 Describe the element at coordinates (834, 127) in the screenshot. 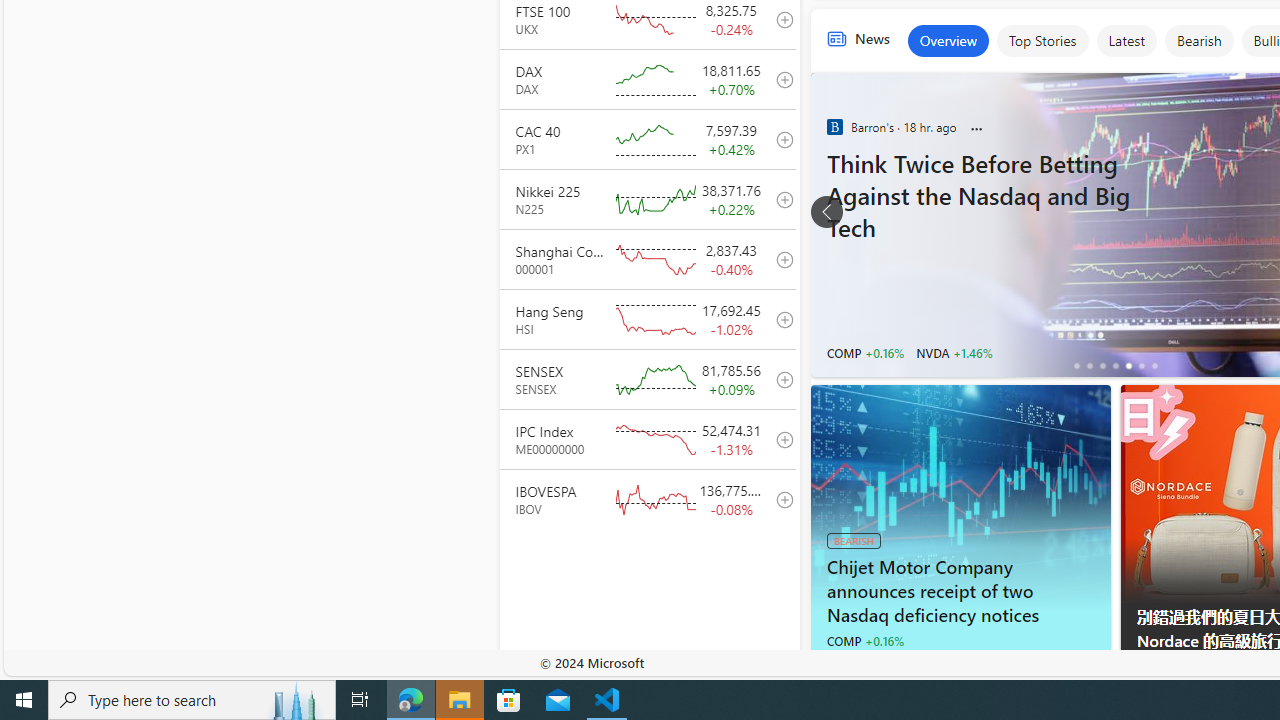

I see `'Barron'` at that location.